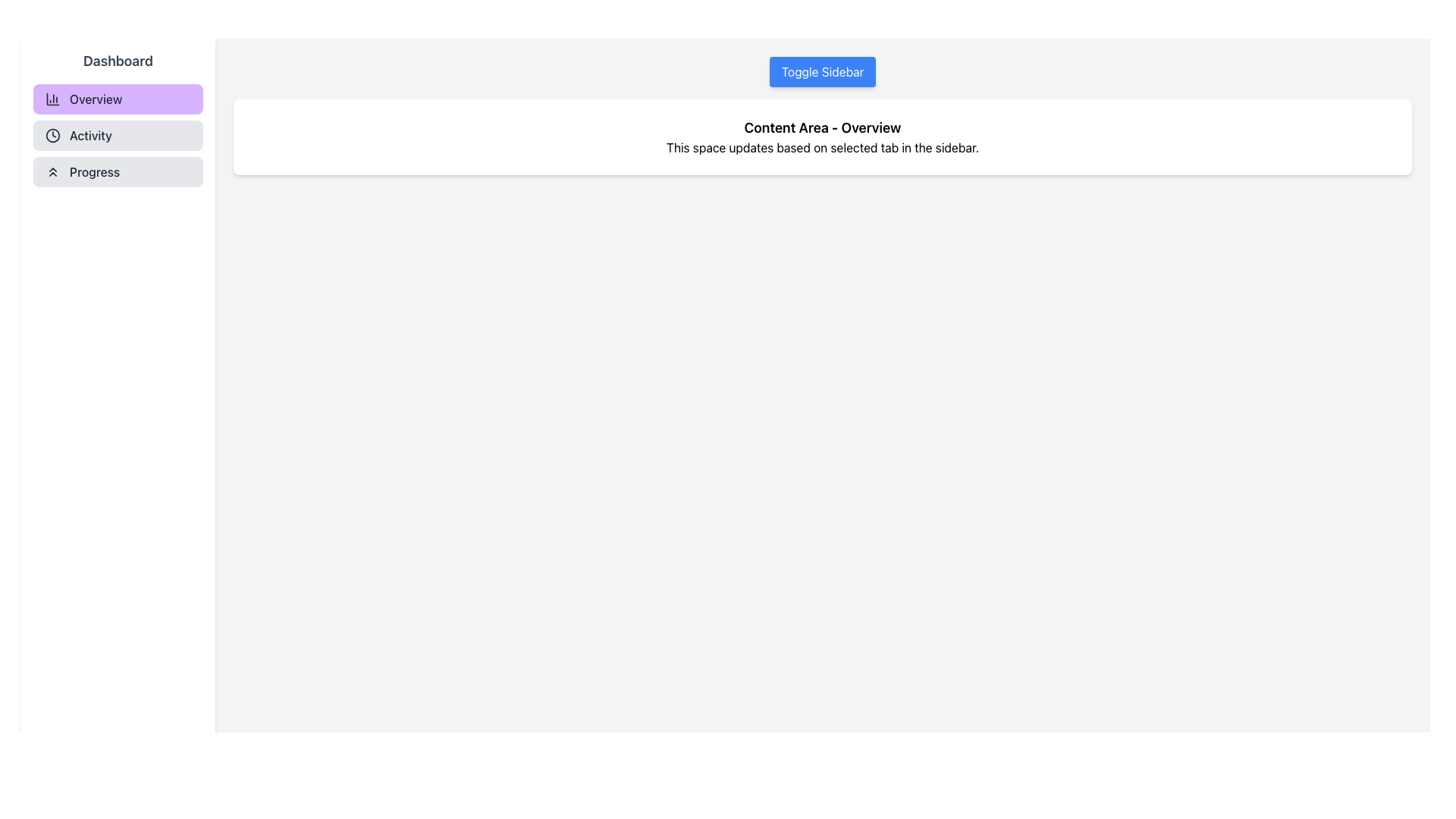 Image resolution: width=1456 pixels, height=819 pixels. Describe the element at coordinates (821, 72) in the screenshot. I see `the toggle button for the sidebar, located at the top center of the main content area` at that location.